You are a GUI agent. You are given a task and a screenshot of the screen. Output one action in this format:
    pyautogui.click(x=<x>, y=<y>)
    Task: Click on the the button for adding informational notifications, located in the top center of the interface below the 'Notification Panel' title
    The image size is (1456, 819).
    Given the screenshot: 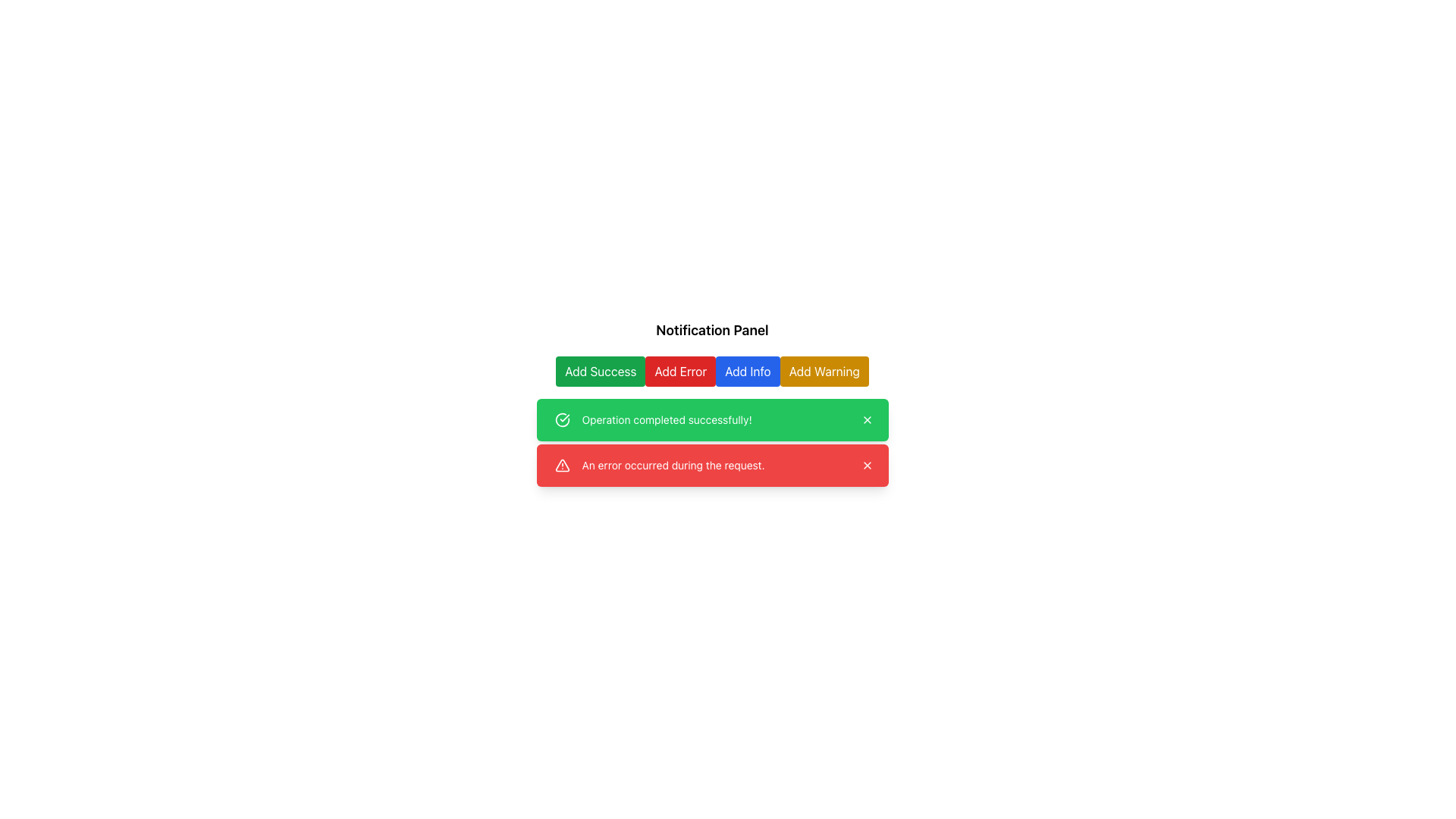 What is the action you would take?
    pyautogui.click(x=748, y=371)
    